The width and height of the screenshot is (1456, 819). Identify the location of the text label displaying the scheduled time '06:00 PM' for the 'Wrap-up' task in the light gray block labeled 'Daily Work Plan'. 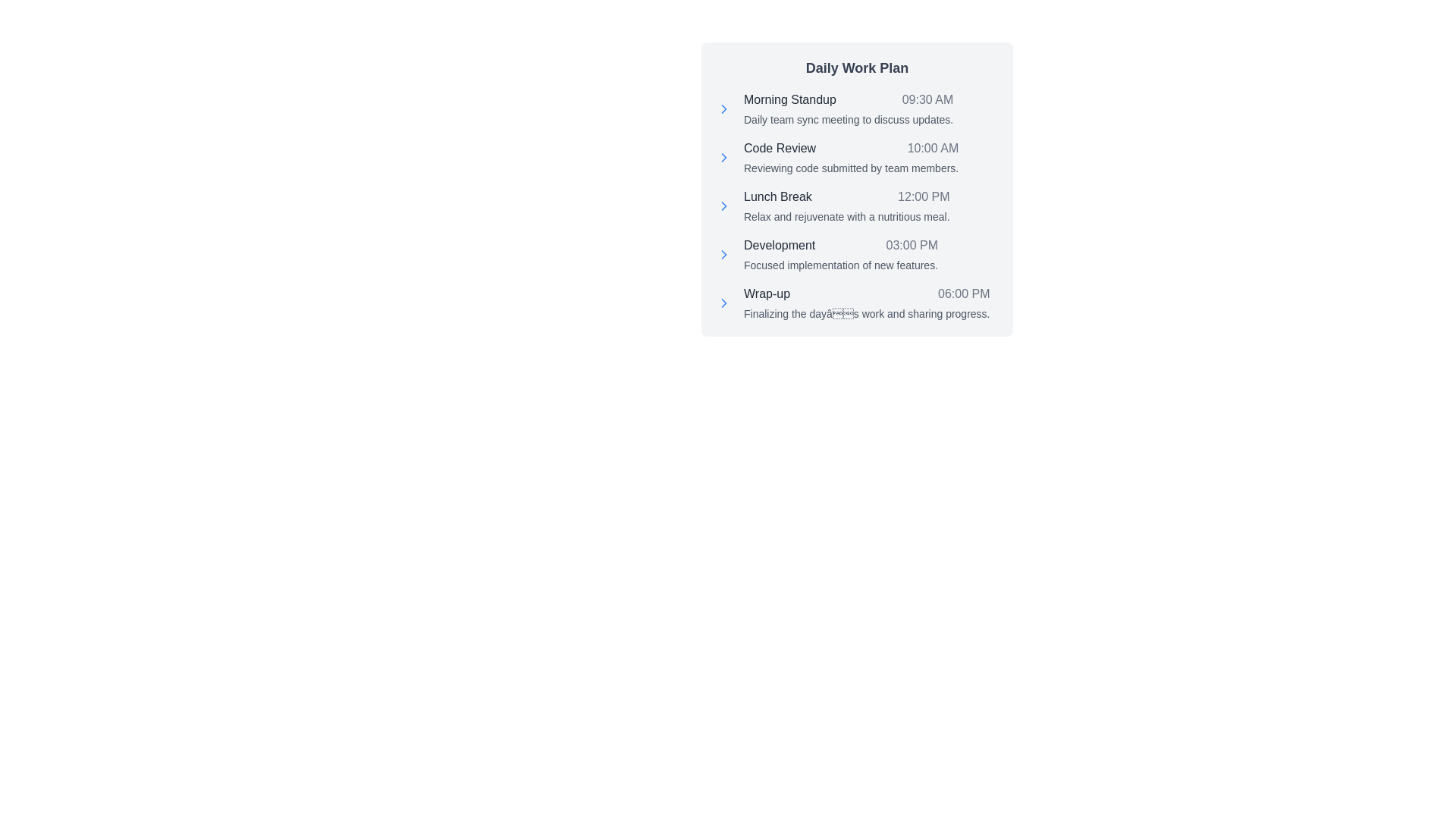
(963, 294).